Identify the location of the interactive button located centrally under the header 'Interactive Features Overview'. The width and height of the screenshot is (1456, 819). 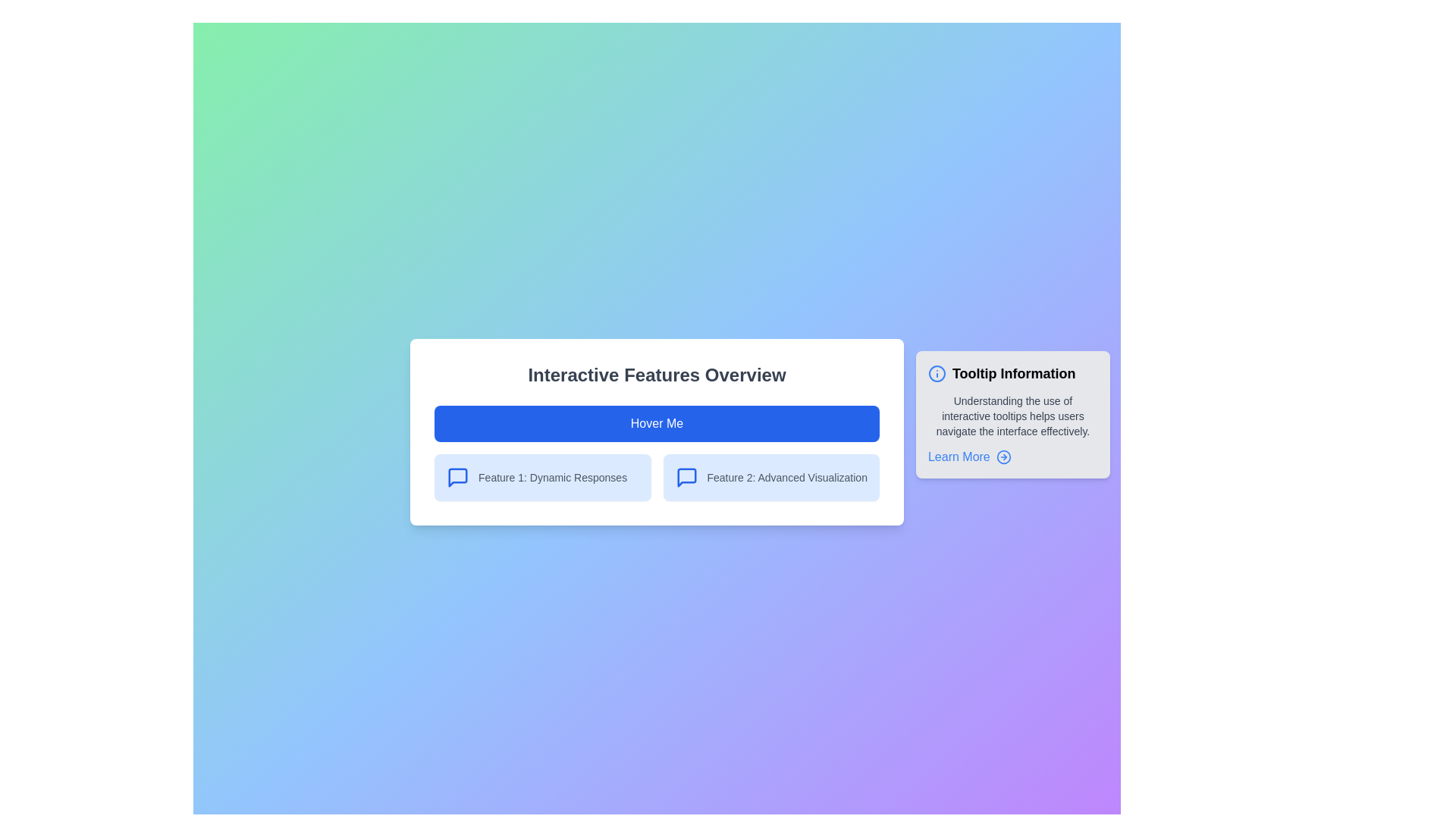
(657, 452).